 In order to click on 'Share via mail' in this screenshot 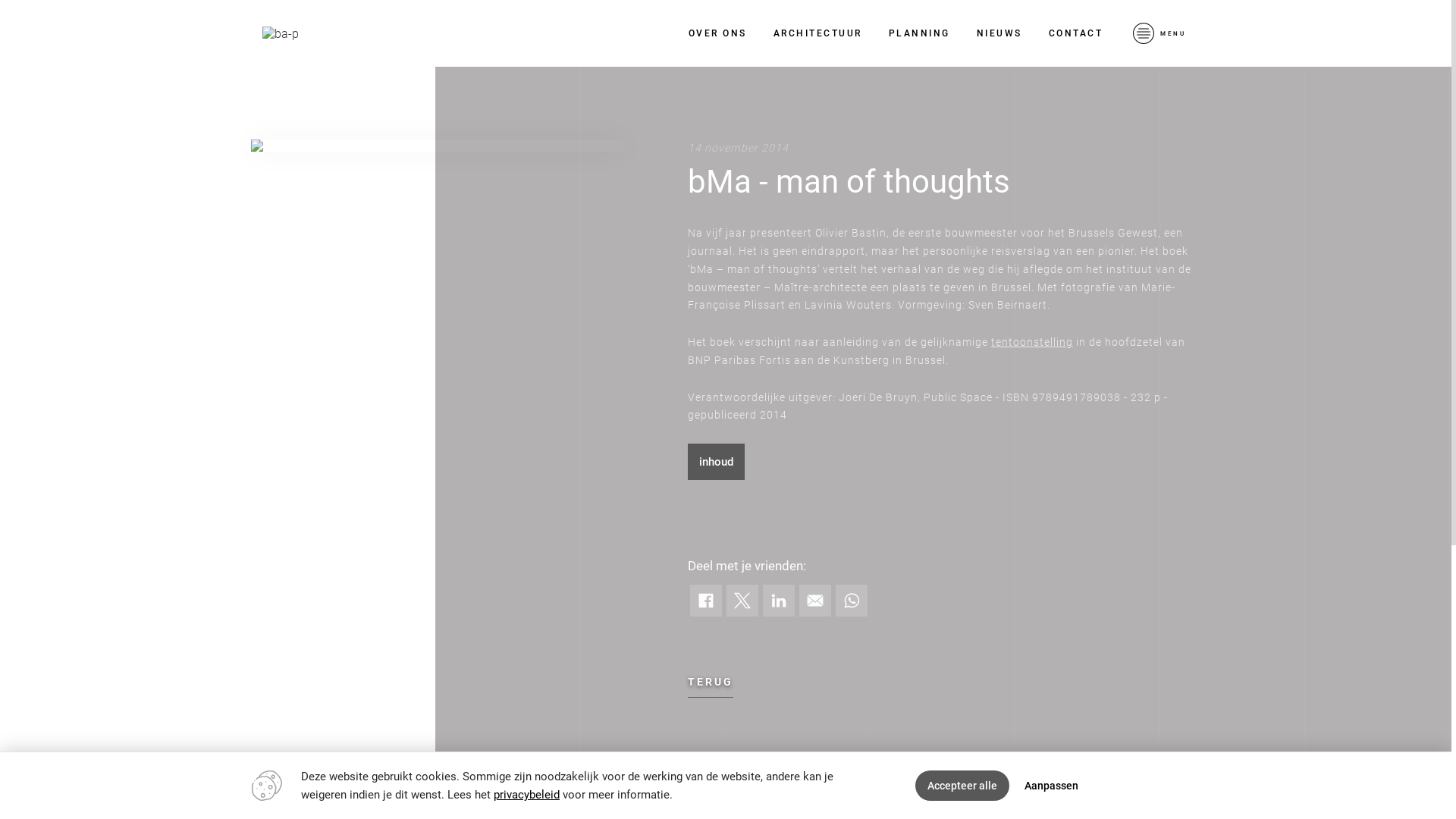, I will do `click(814, 599)`.